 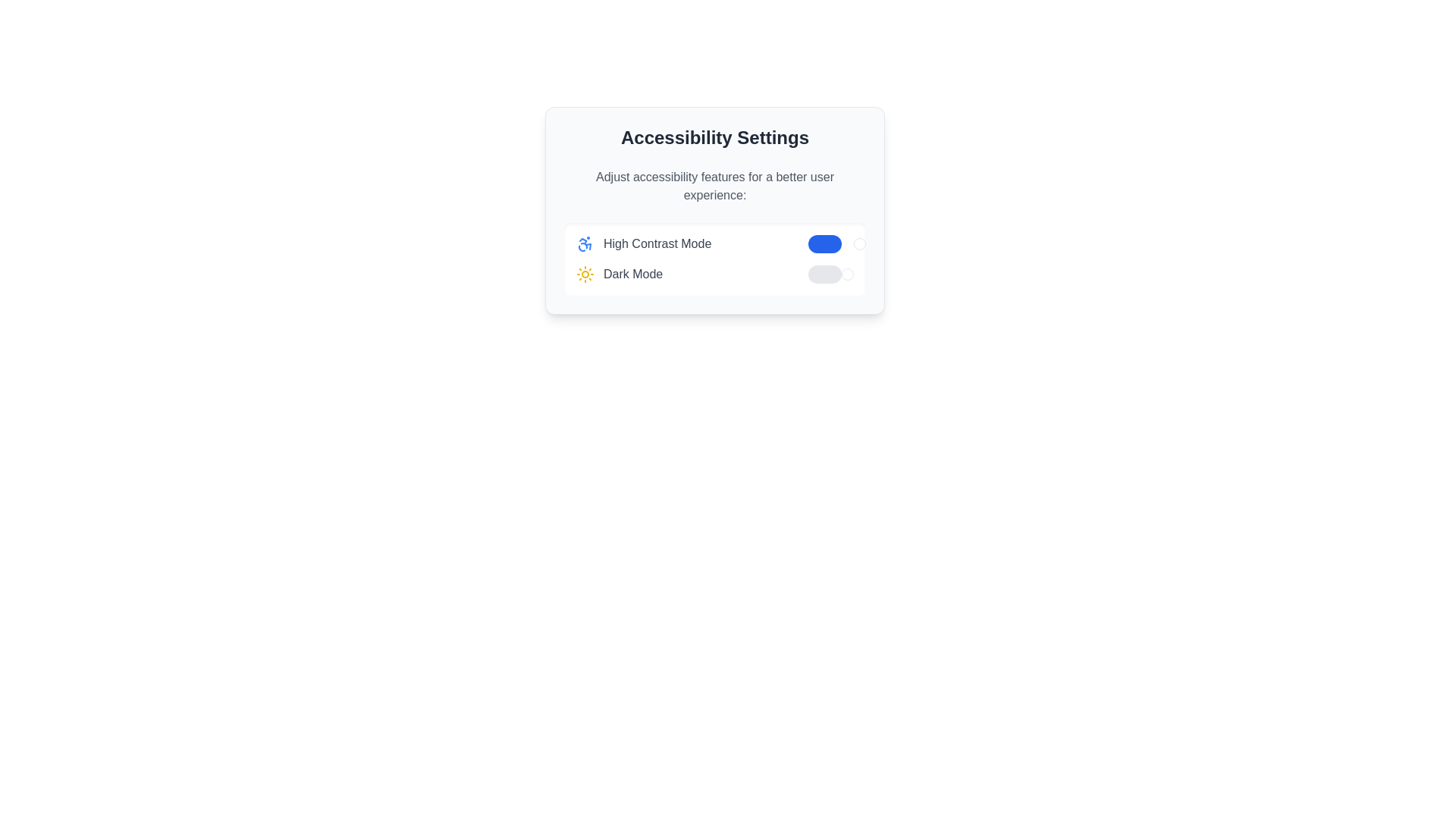 What do you see at coordinates (847, 275) in the screenshot?
I see `the rightmost handle of the toggle switch to change its state` at bounding box center [847, 275].